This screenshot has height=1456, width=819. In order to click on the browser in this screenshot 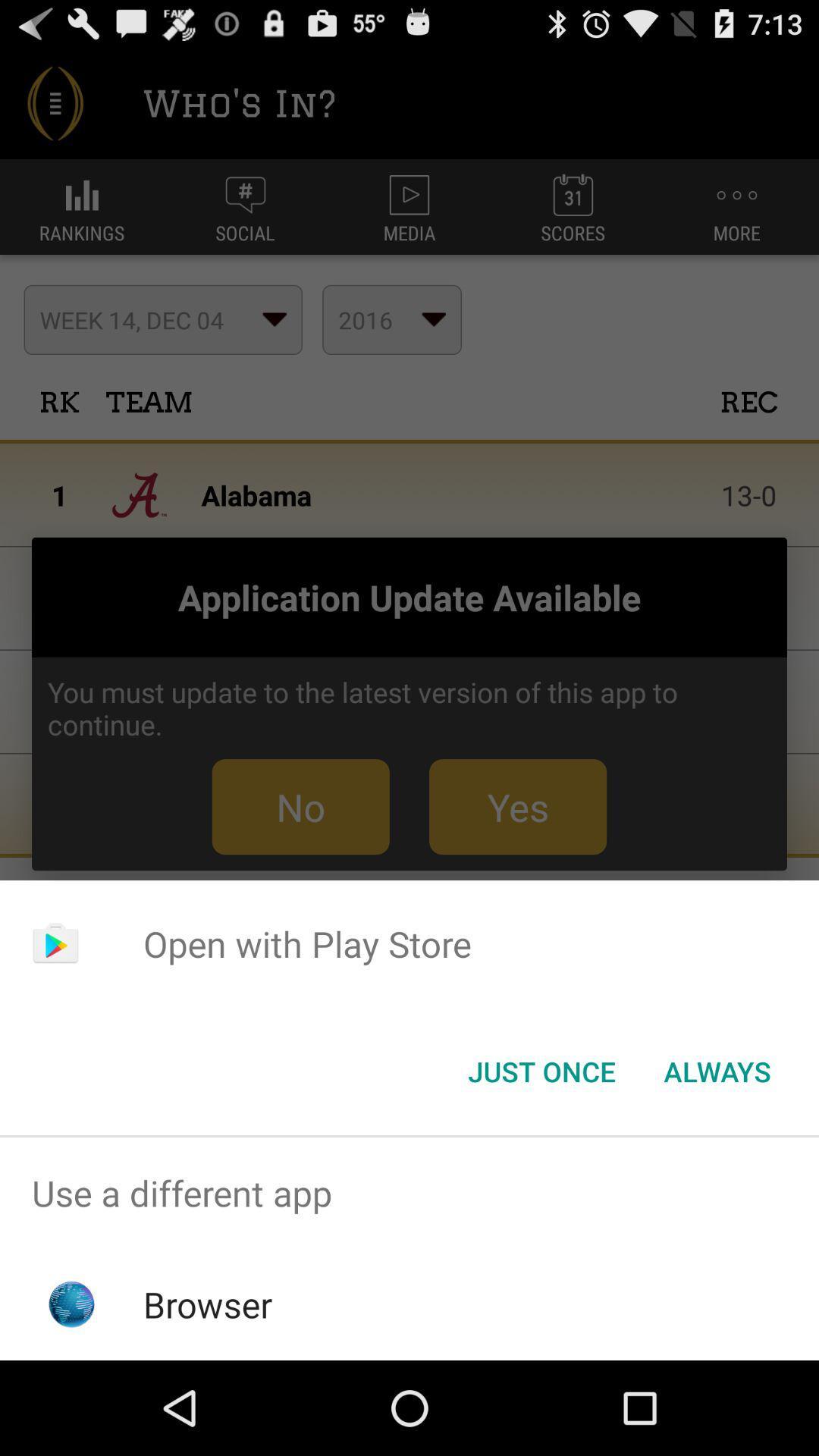, I will do `click(208, 1304)`.